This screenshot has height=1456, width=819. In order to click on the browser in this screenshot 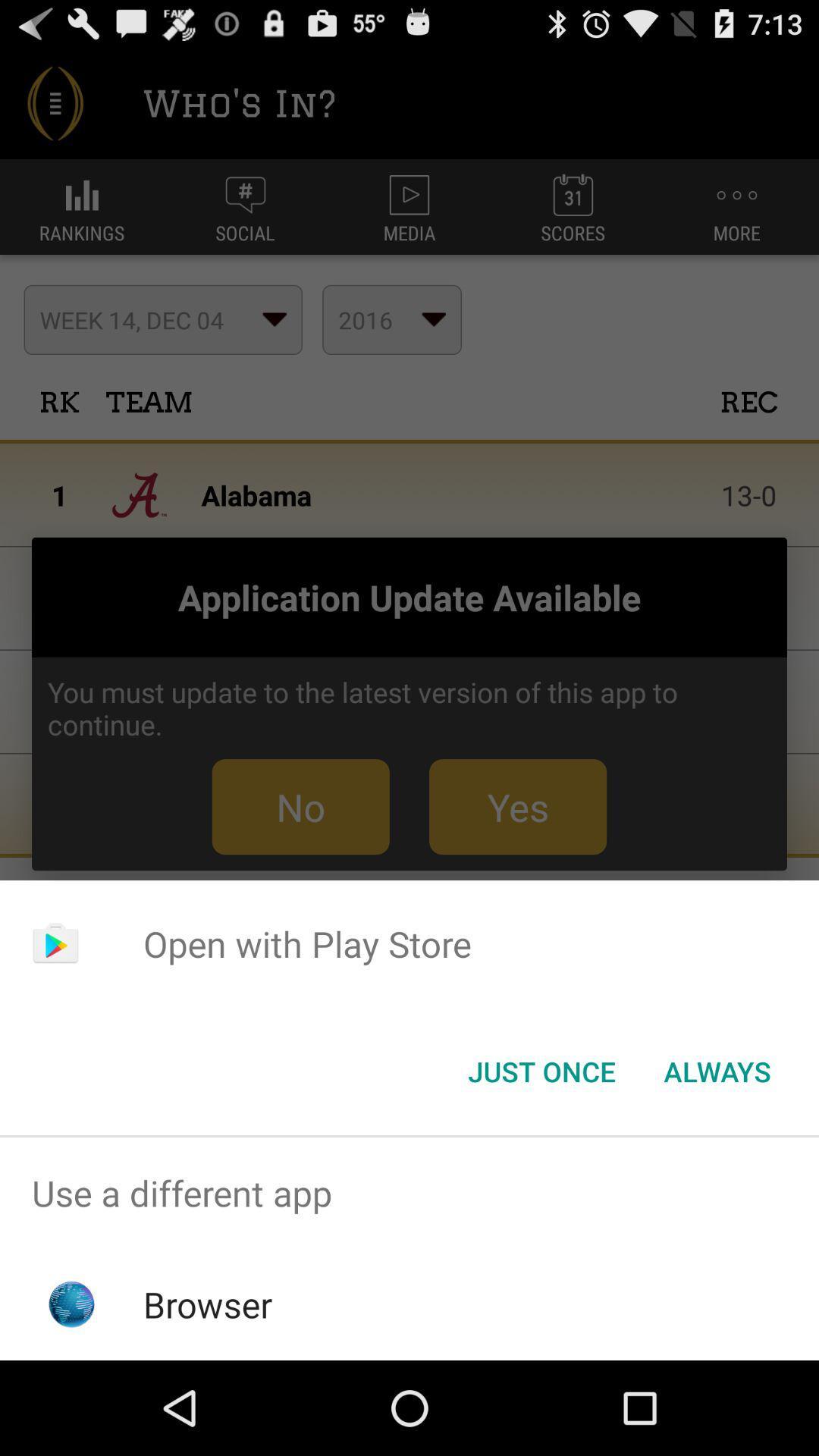, I will do `click(208, 1304)`.